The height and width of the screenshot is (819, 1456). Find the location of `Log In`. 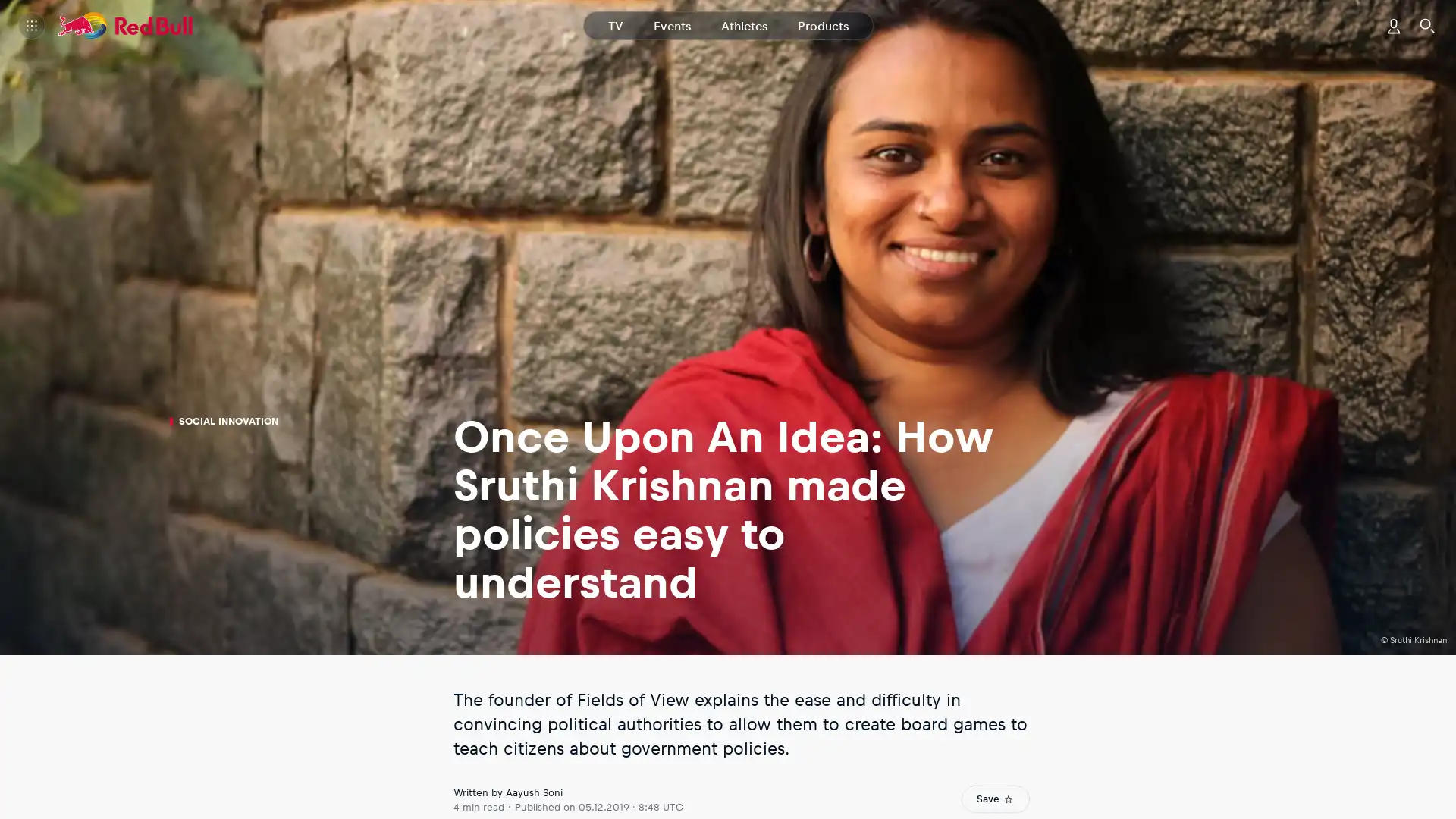

Log In is located at coordinates (1394, 26).